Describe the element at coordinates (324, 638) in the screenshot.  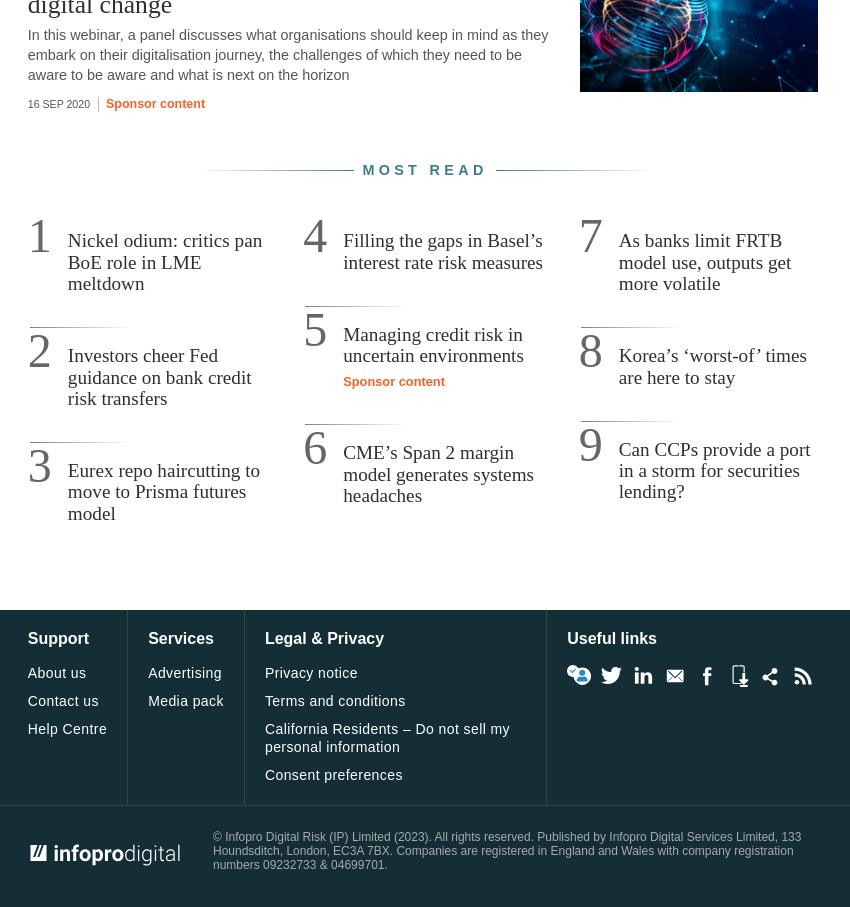
I see `'Legal & Privacy'` at that location.